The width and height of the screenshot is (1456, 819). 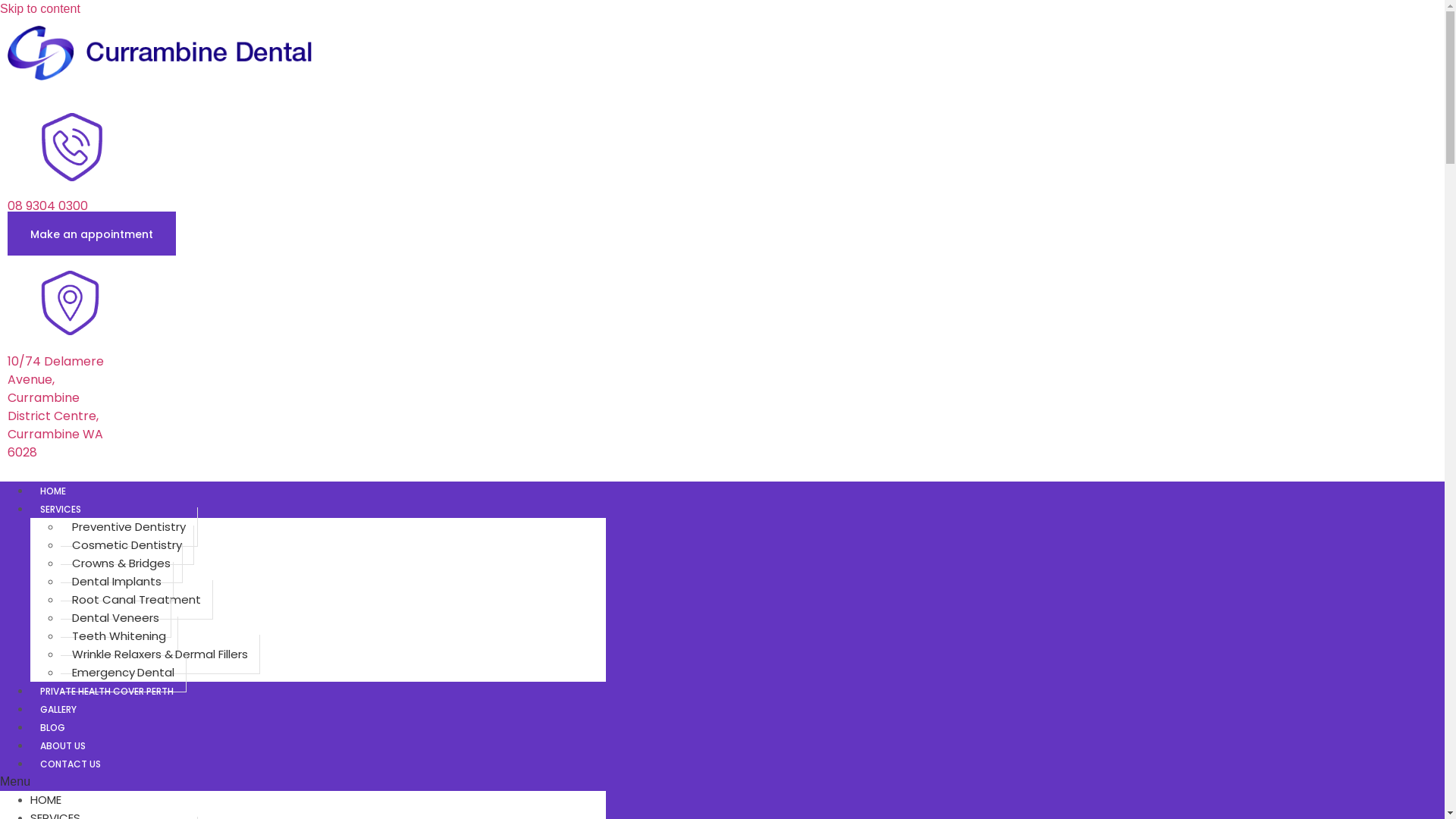 What do you see at coordinates (129, 526) in the screenshot?
I see `'Preventive Dentistry'` at bounding box center [129, 526].